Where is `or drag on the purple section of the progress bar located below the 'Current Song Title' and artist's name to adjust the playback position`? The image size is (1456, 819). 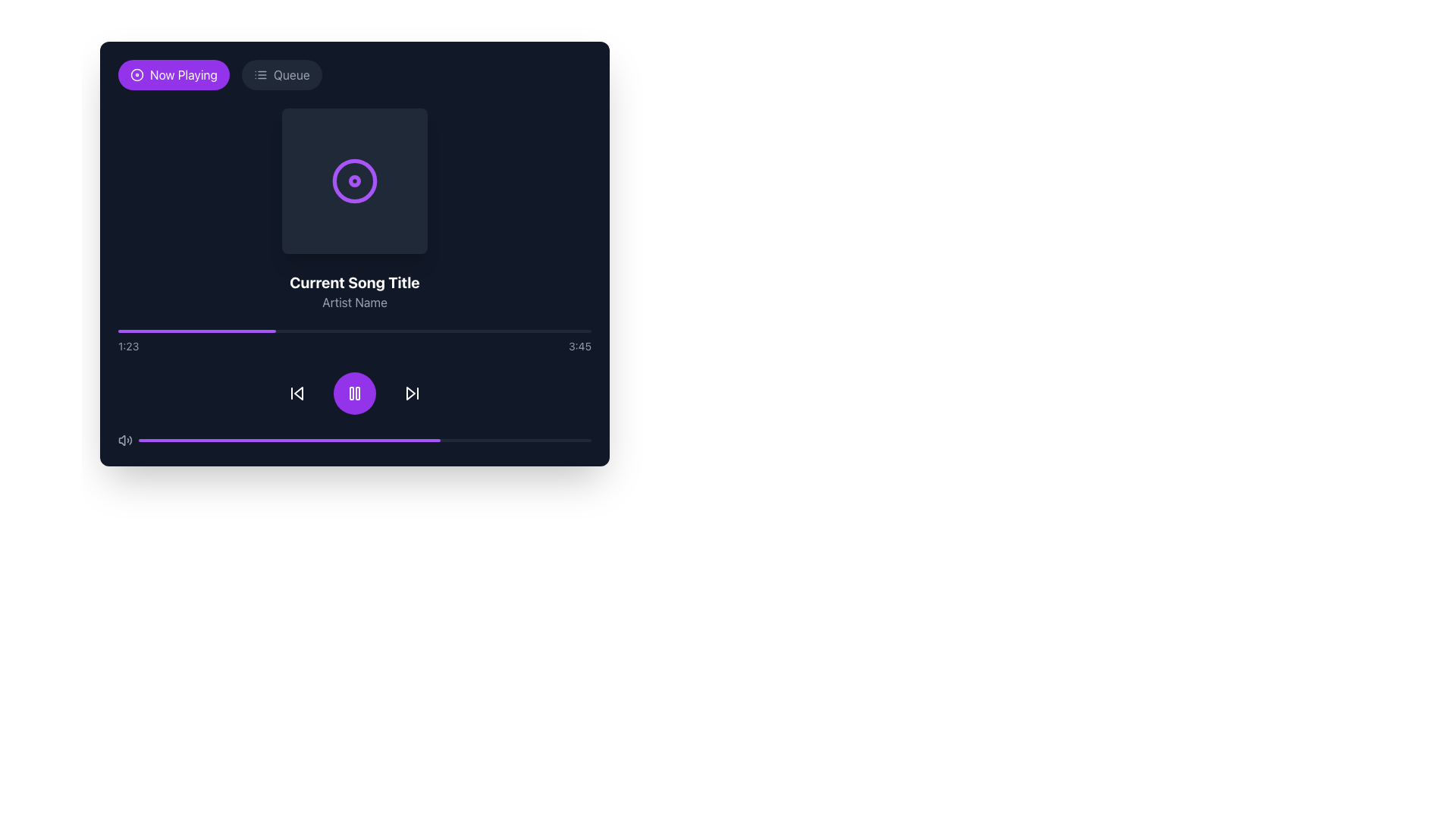 or drag on the purple section of the progress bar located below the 'Current Song Title' and artist's name to adjust the playback position is located at coordinates (353, 342).